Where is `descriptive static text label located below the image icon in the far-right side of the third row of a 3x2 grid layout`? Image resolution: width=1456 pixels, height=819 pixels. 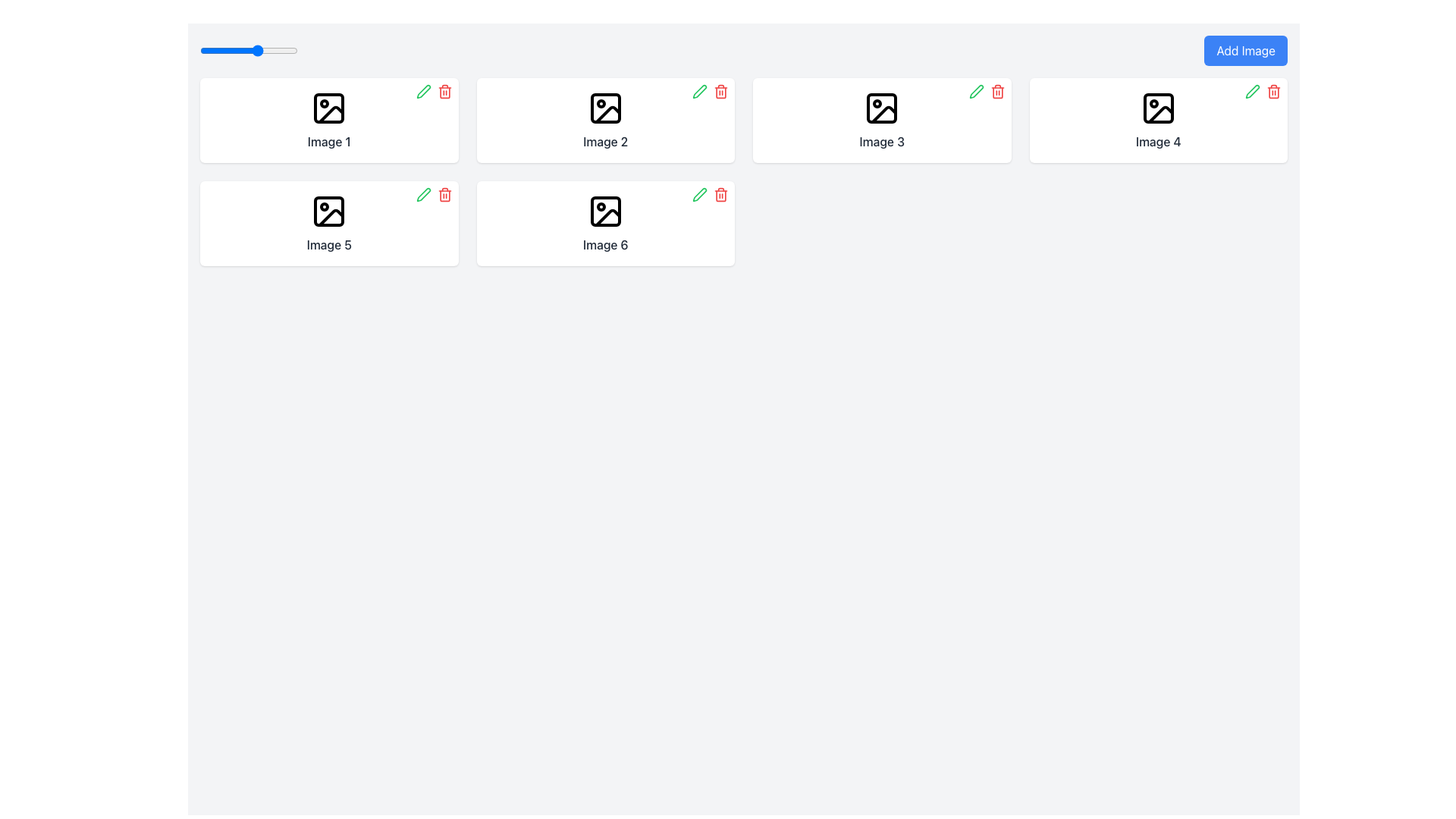 descriptive static text label located below the image icon in the far-right side of the third row of a 3x2 grid layout is located at coordinates (1157, 141).